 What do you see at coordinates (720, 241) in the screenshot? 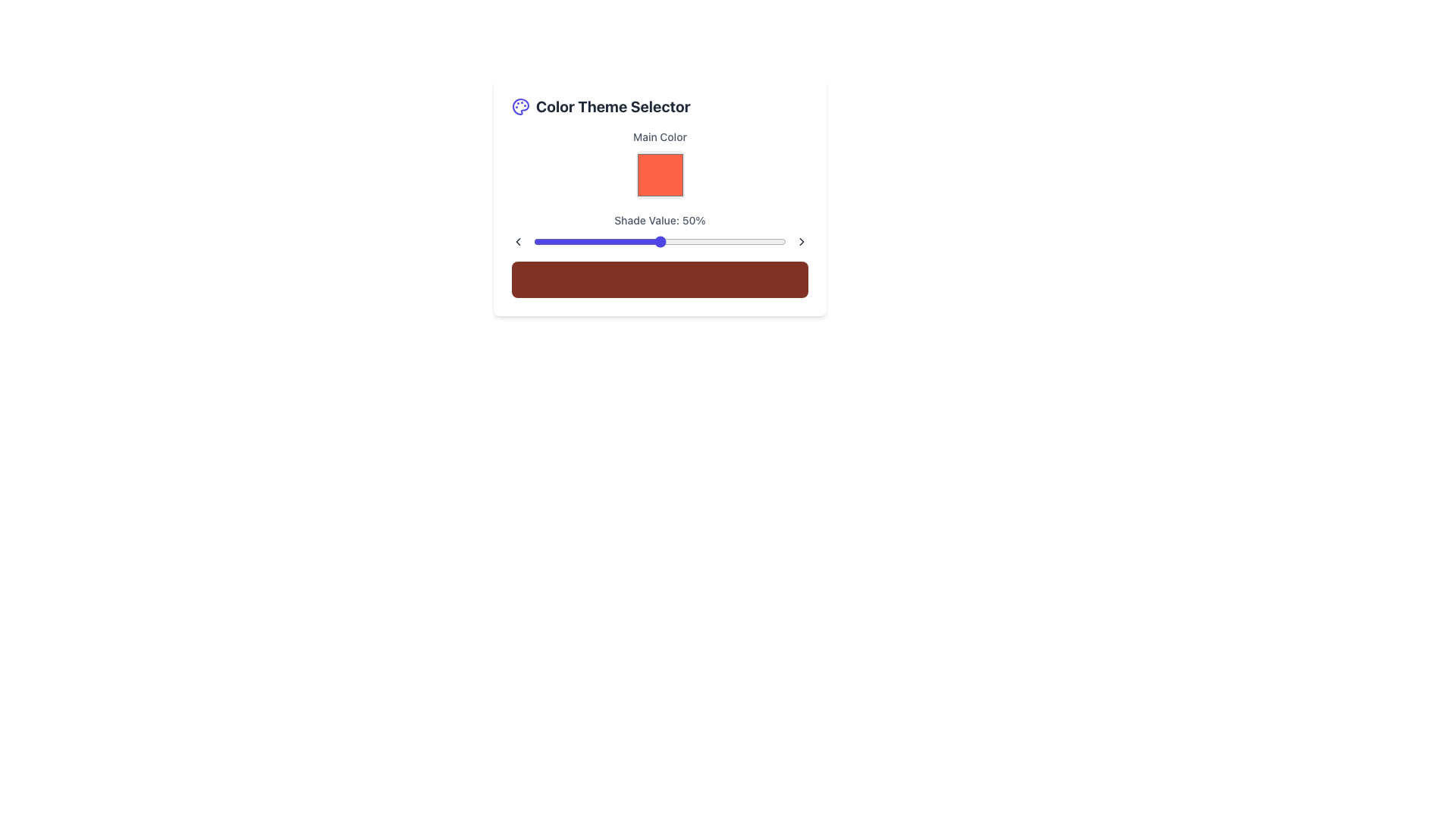
I see `the shade value` at bounding box center [720, 241].